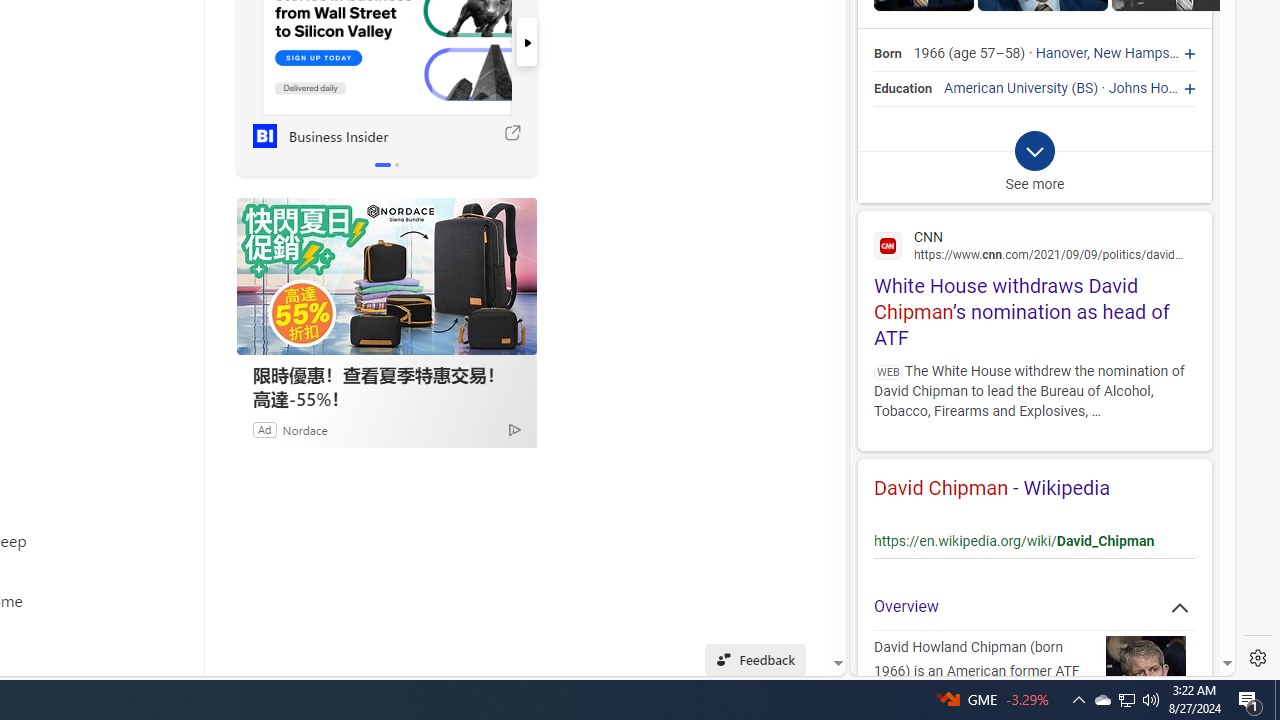 This screenshot has width=1280, height=720. I want to click on 'Johns Hopkins University', so click(1187, 87).